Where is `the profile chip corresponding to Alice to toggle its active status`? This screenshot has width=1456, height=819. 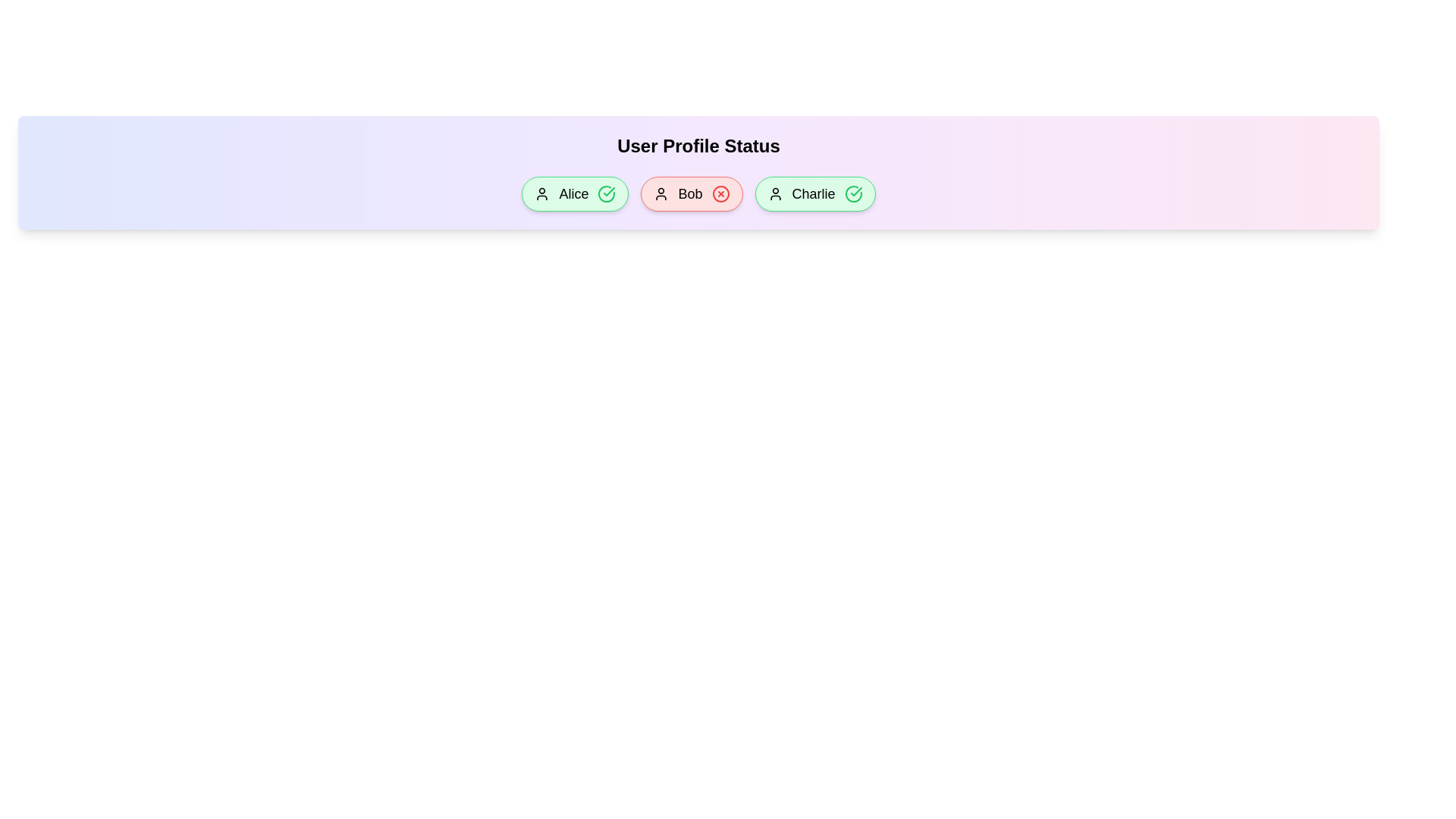
the profile chip corresponding to Alice to toggle its active status is located at coordinates (574, 193).